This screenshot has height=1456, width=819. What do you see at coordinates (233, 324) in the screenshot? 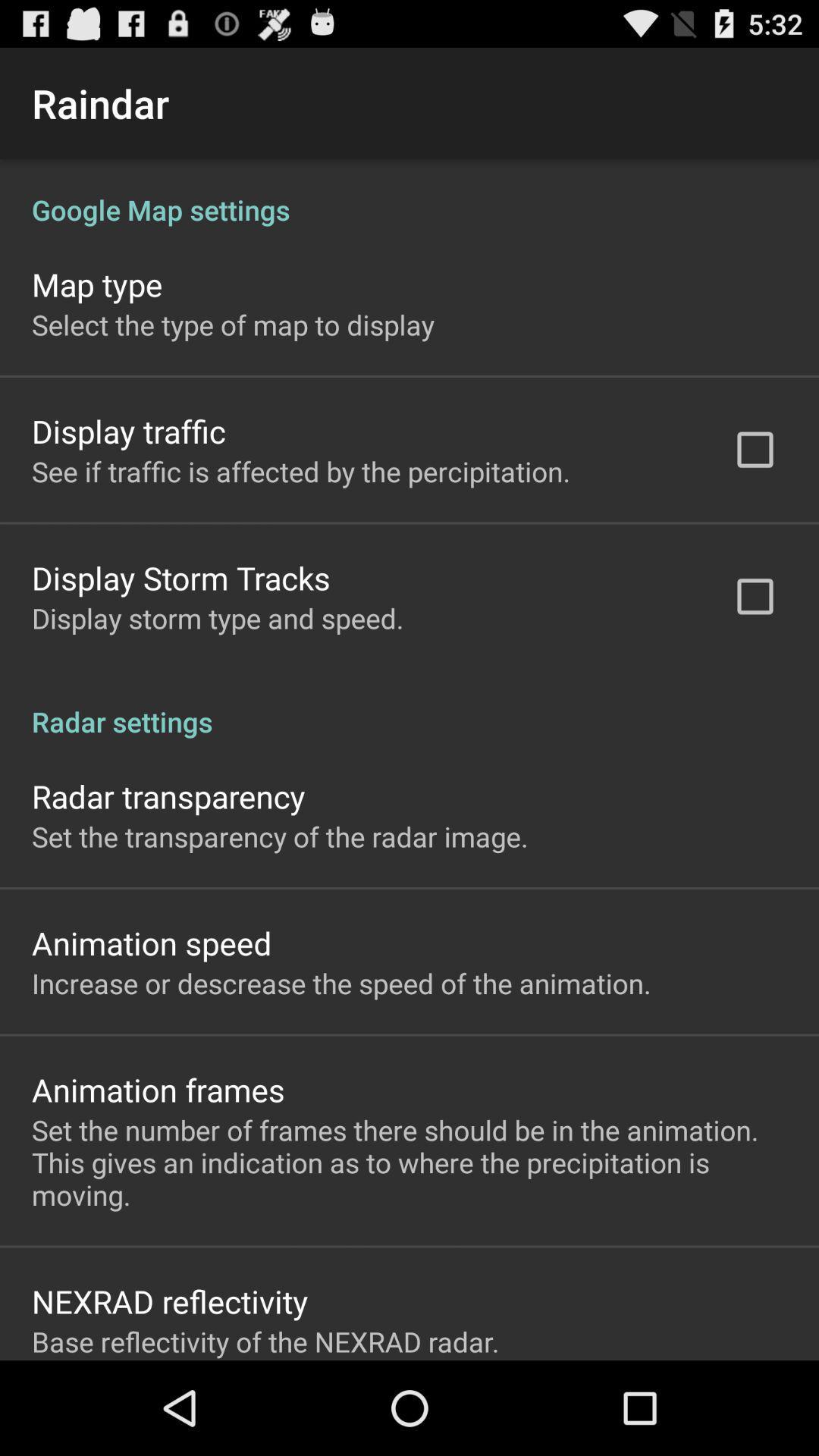
I see `the app below the map type app` at bounding box center [233, 324].